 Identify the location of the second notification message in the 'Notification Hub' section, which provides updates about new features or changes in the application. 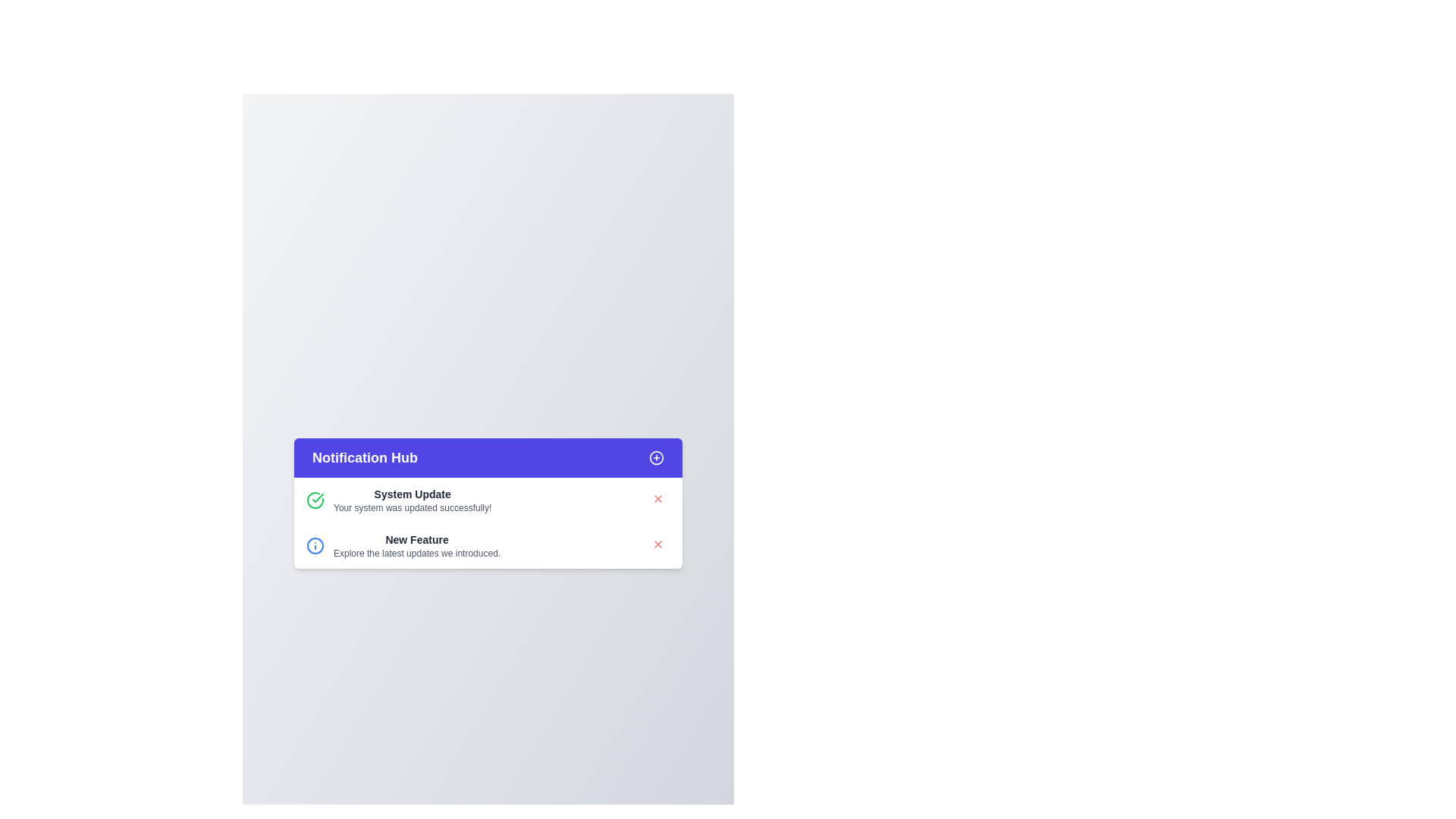
(417, 546).